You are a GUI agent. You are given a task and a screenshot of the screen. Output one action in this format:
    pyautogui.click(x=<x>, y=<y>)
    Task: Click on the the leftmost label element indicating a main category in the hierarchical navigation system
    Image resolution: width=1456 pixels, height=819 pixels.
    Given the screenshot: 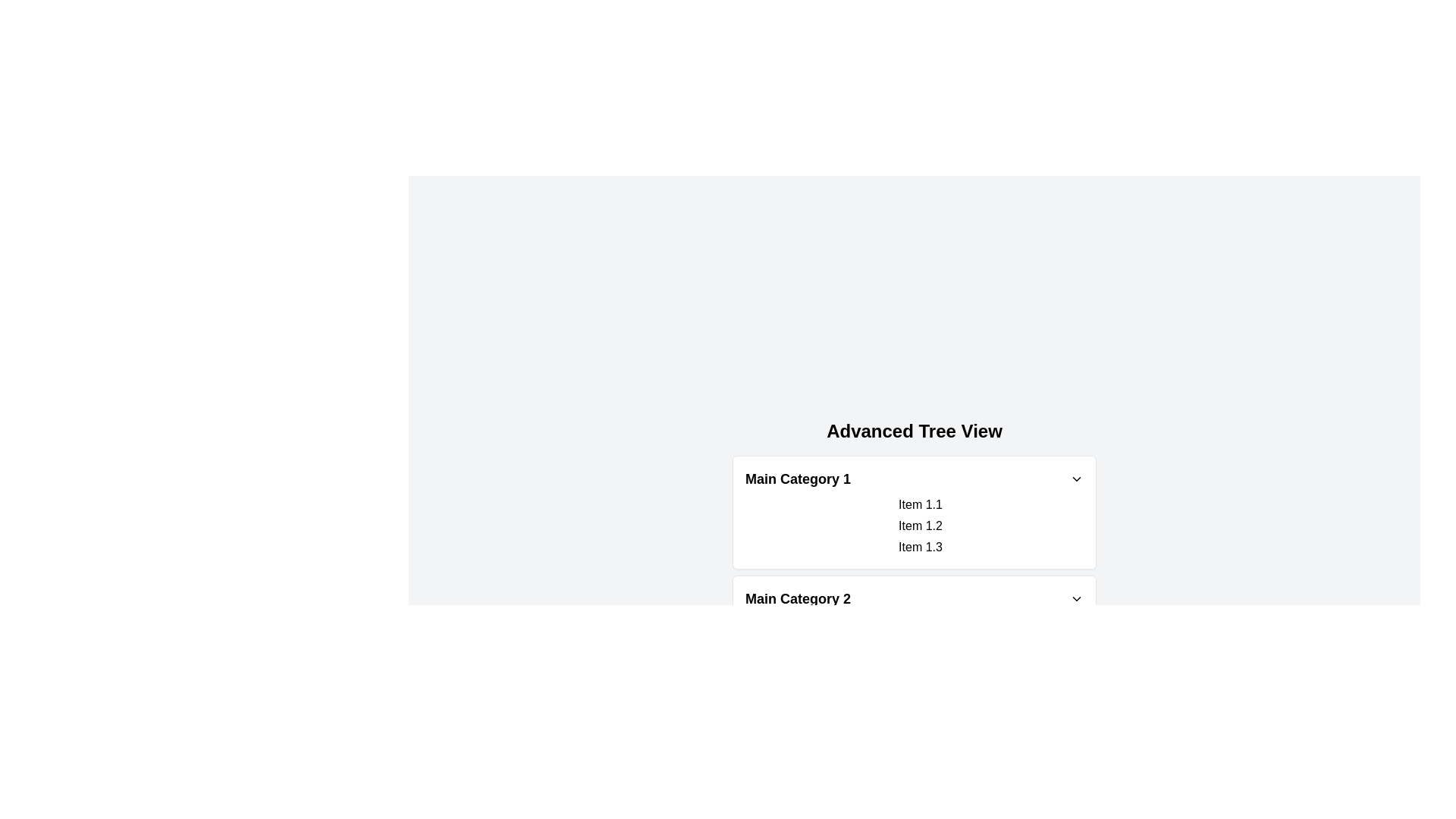 What is the action you would take?
    pyautogui.click(x=797, y=598)
    